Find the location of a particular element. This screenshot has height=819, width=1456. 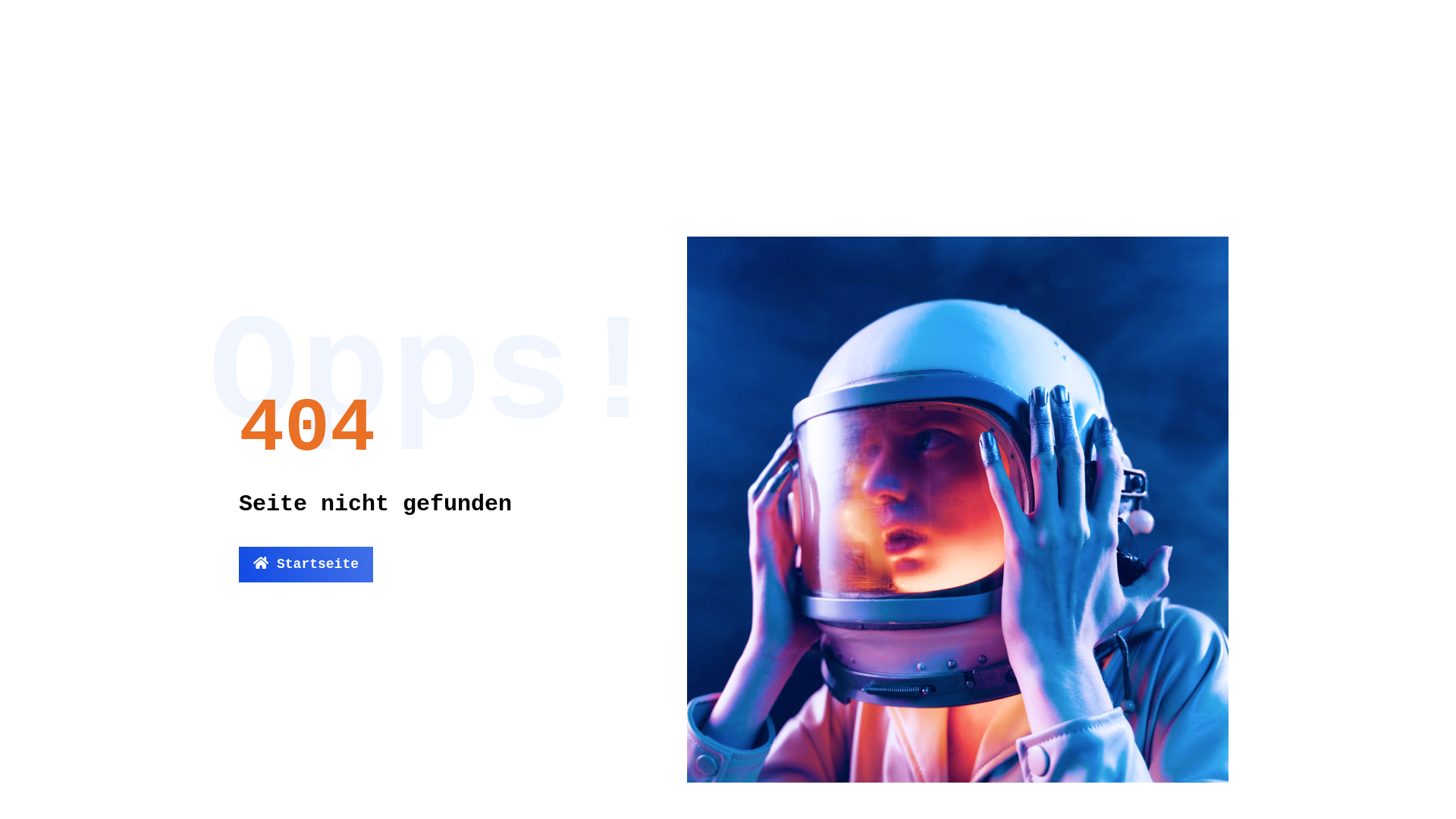

'Startseite' is located at coordinates (305, 564).